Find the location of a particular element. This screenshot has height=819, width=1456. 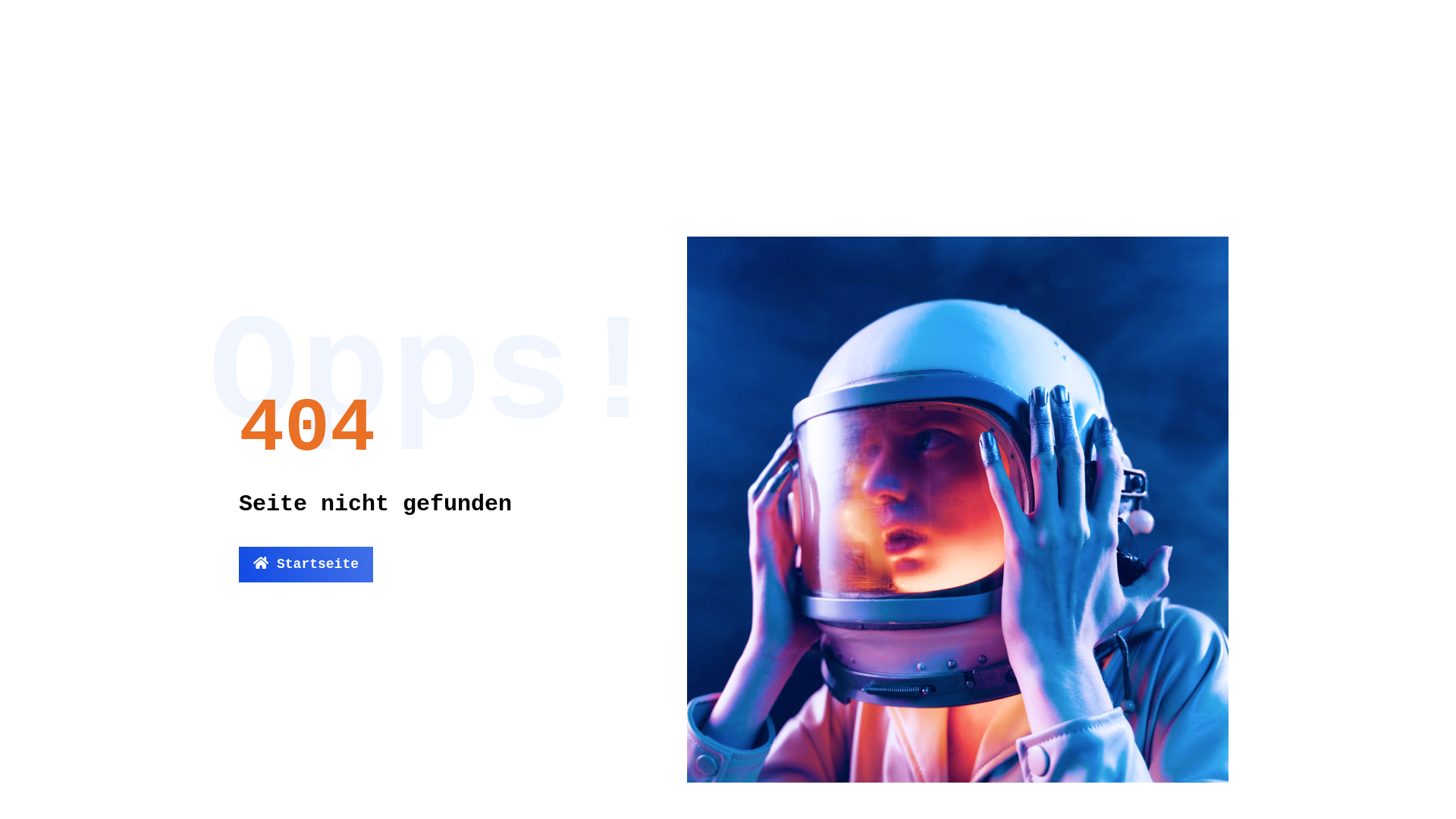

'Startseite' is located at coordinates (305, 564).